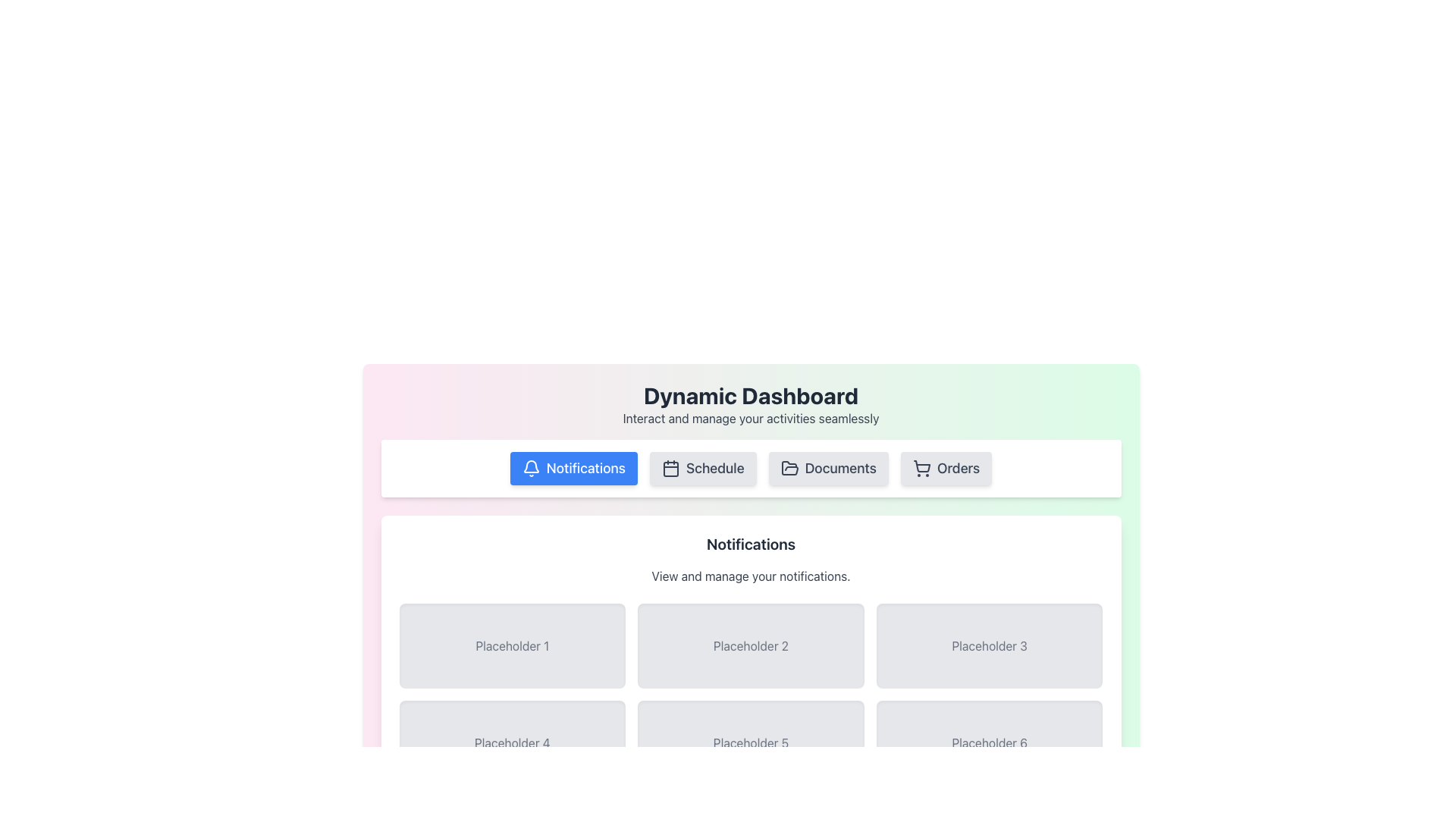  What do you see at coordinates (531, 467) in the screenshot?
I see `the 'Notifications' button, which contains a bell icon, located as the leftmost button in the navigation menu bar at the top of the page` at bounding box center [531, 467].